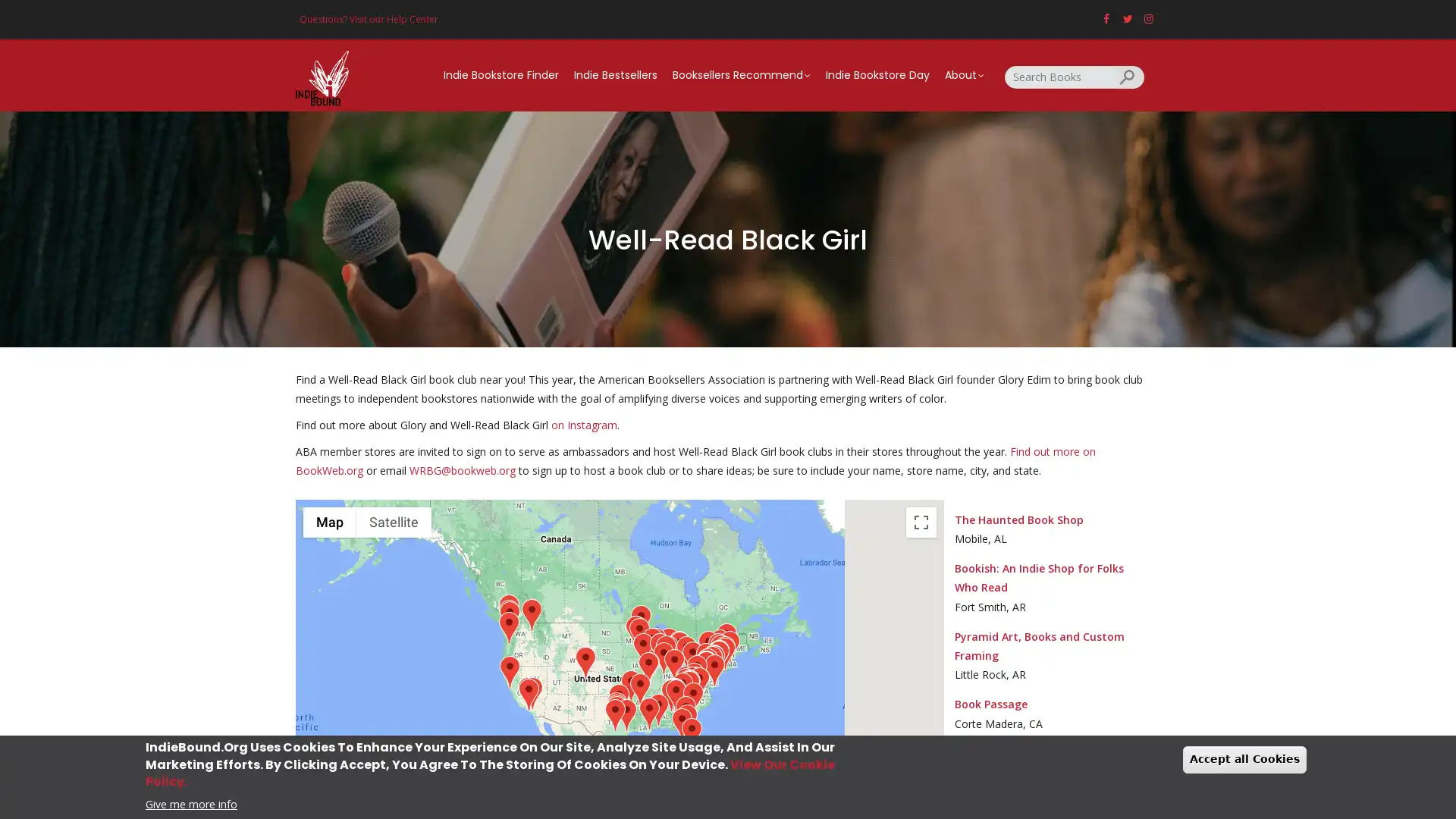 Image resolution: width=1456 pixels, height=819 pixels. I want to click on Second Star to the Right Children's Books, so click(584, 661).